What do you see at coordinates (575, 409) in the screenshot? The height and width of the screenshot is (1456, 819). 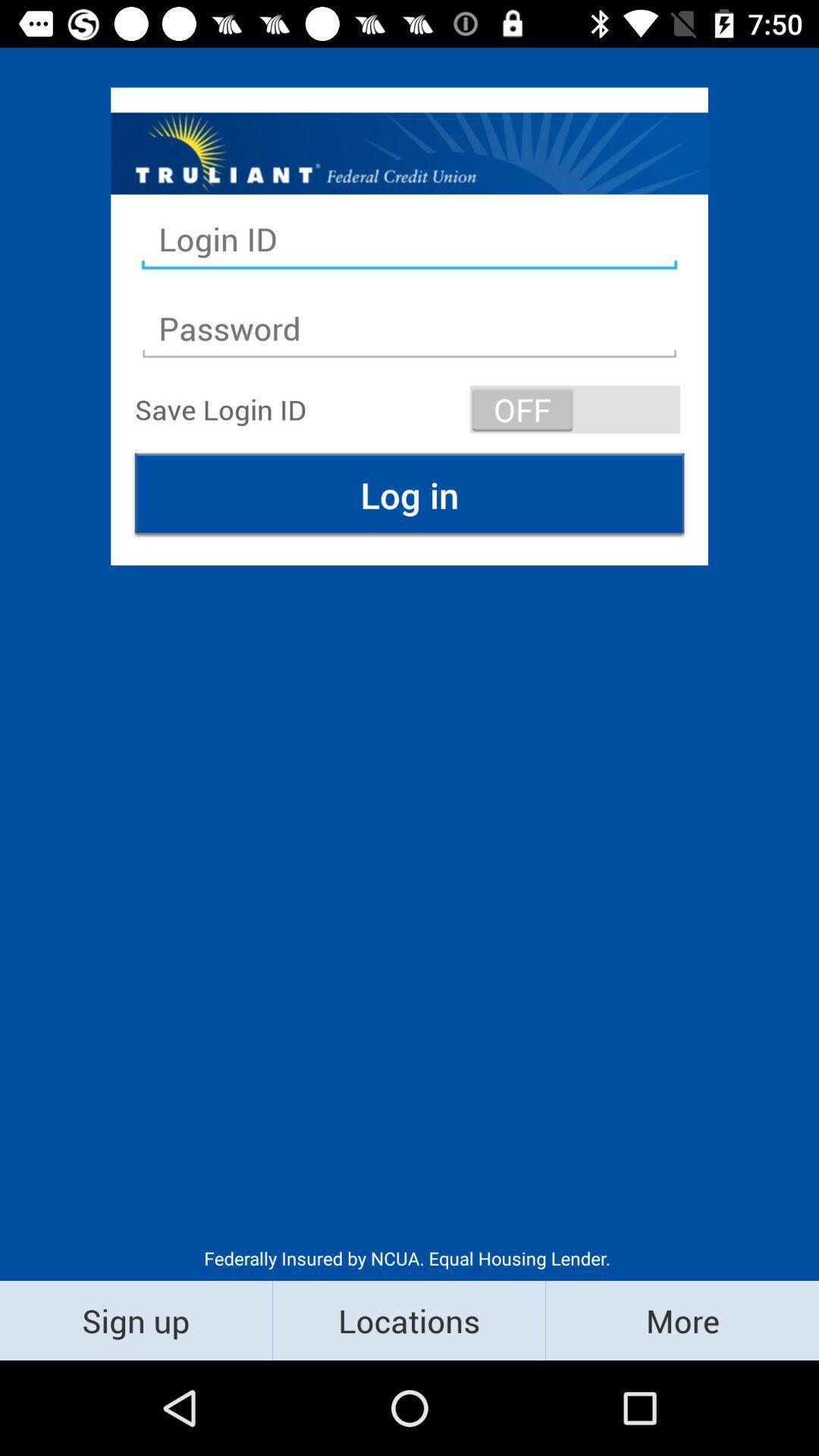 I see `the icon to the right of the save login id icon` at bounding box center [575, 409].